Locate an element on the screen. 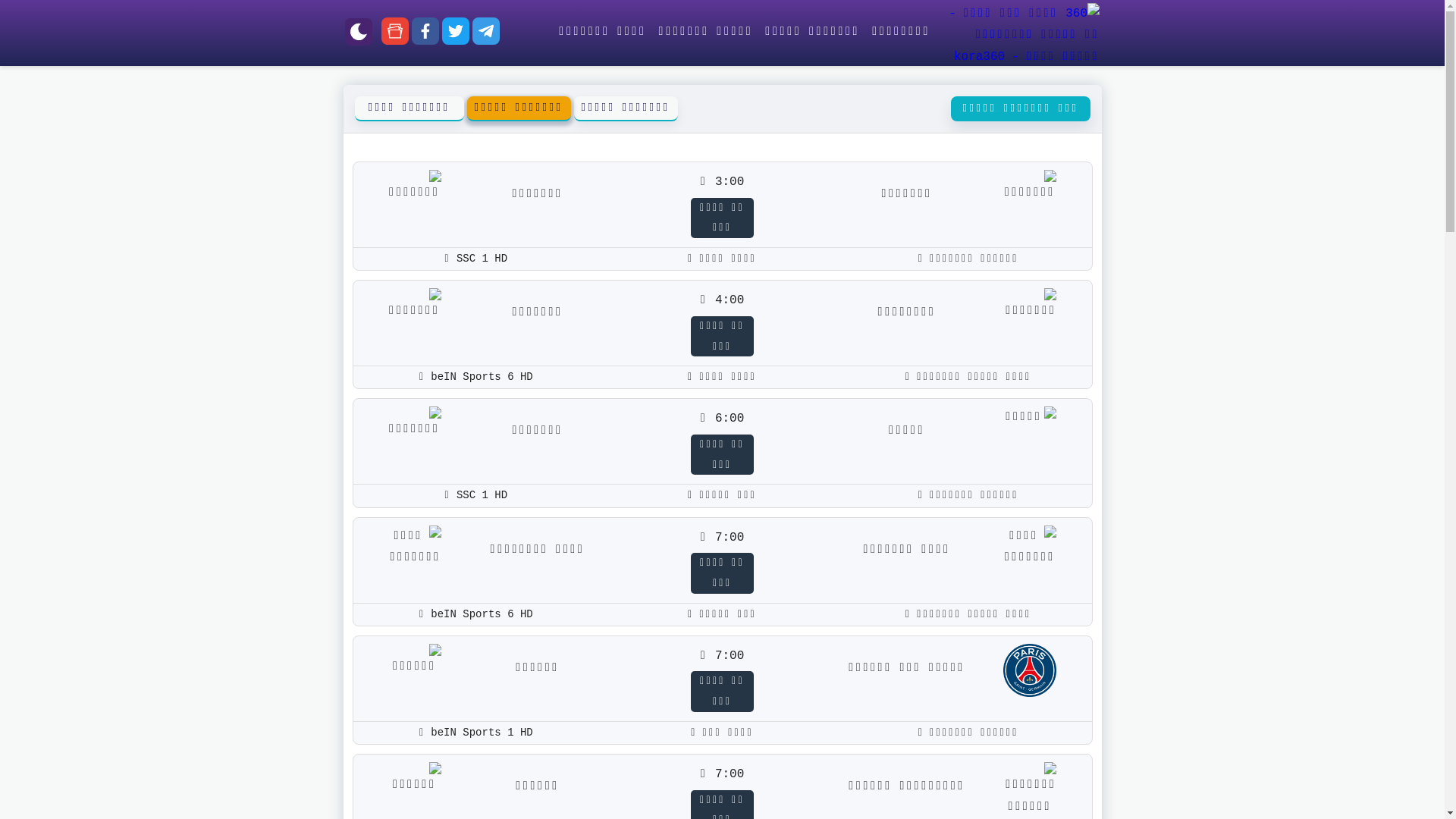 Image resolution: width=1456 pixels, height=819 pixels. 'facebook' is located at coordinates (425, 34).